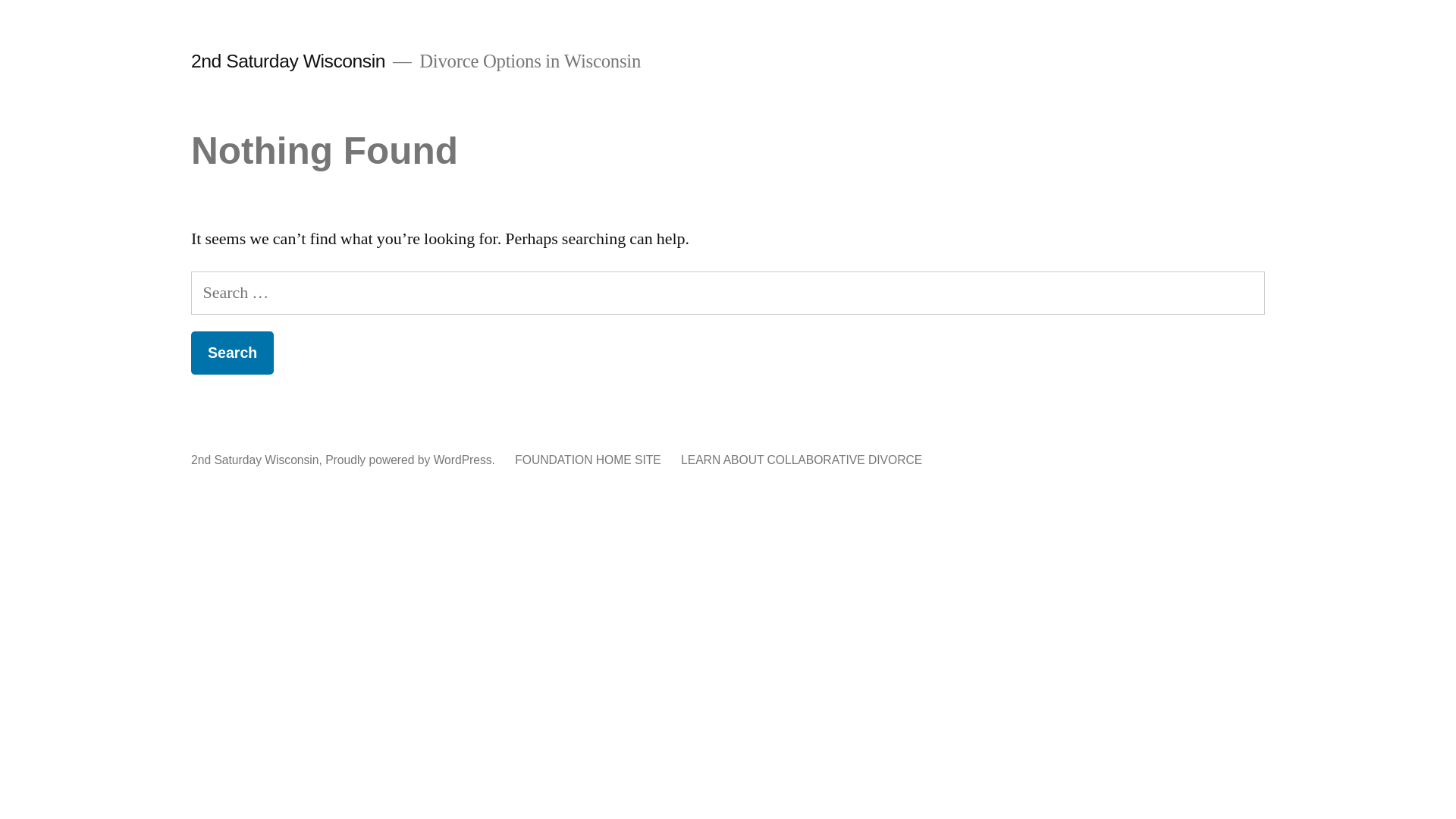 Image resolution: width=1456 pixels, height=819 pixels. Describe the element at coordinates (411, 459) in the screenshot. I see `'Proudly powered by WordPress.'` at that location.